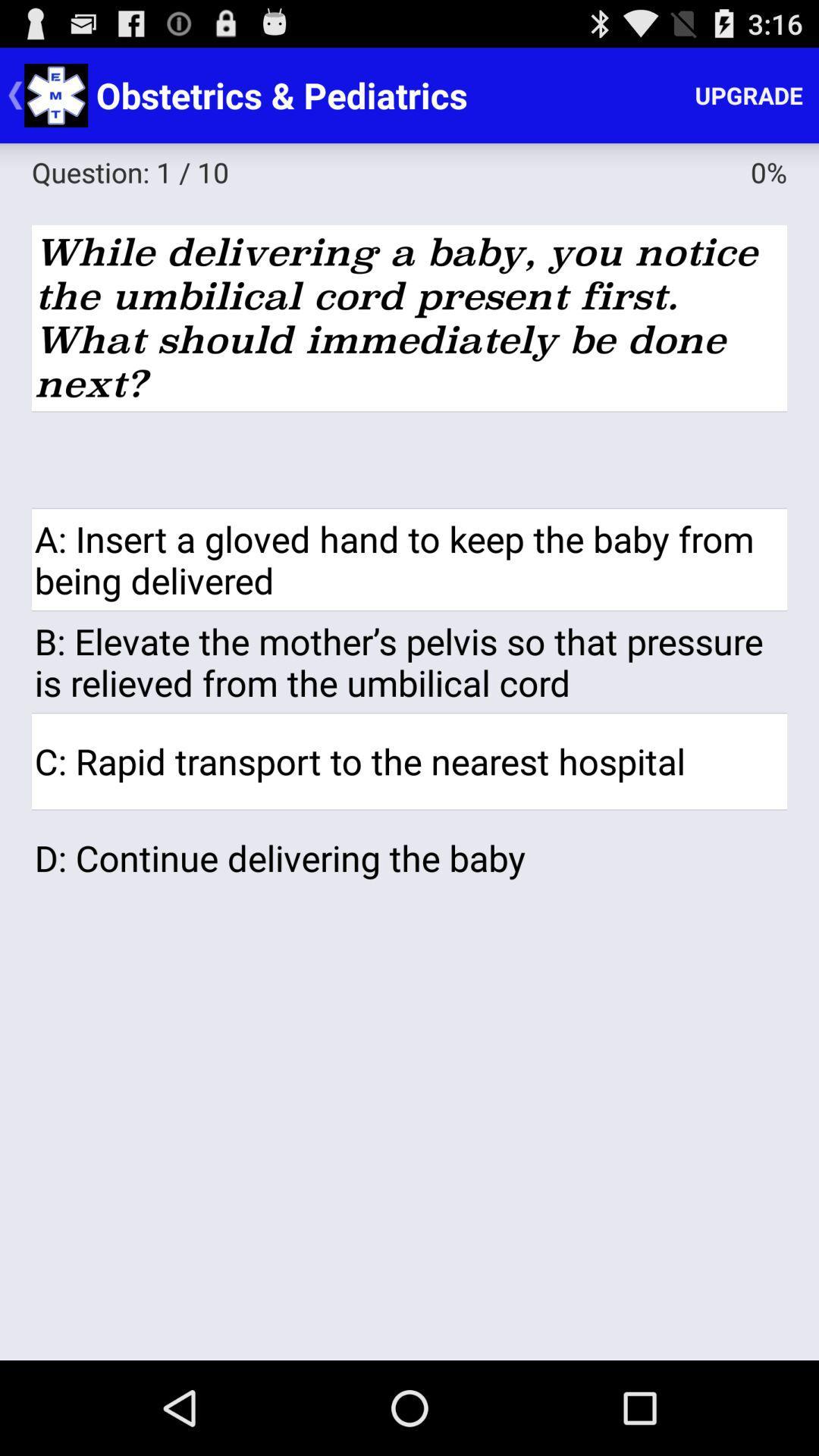  Describe the element at coordinates (748, 94) in the screenshot. I see `the app to the right of the obstetrics & pediatrics` at that location.